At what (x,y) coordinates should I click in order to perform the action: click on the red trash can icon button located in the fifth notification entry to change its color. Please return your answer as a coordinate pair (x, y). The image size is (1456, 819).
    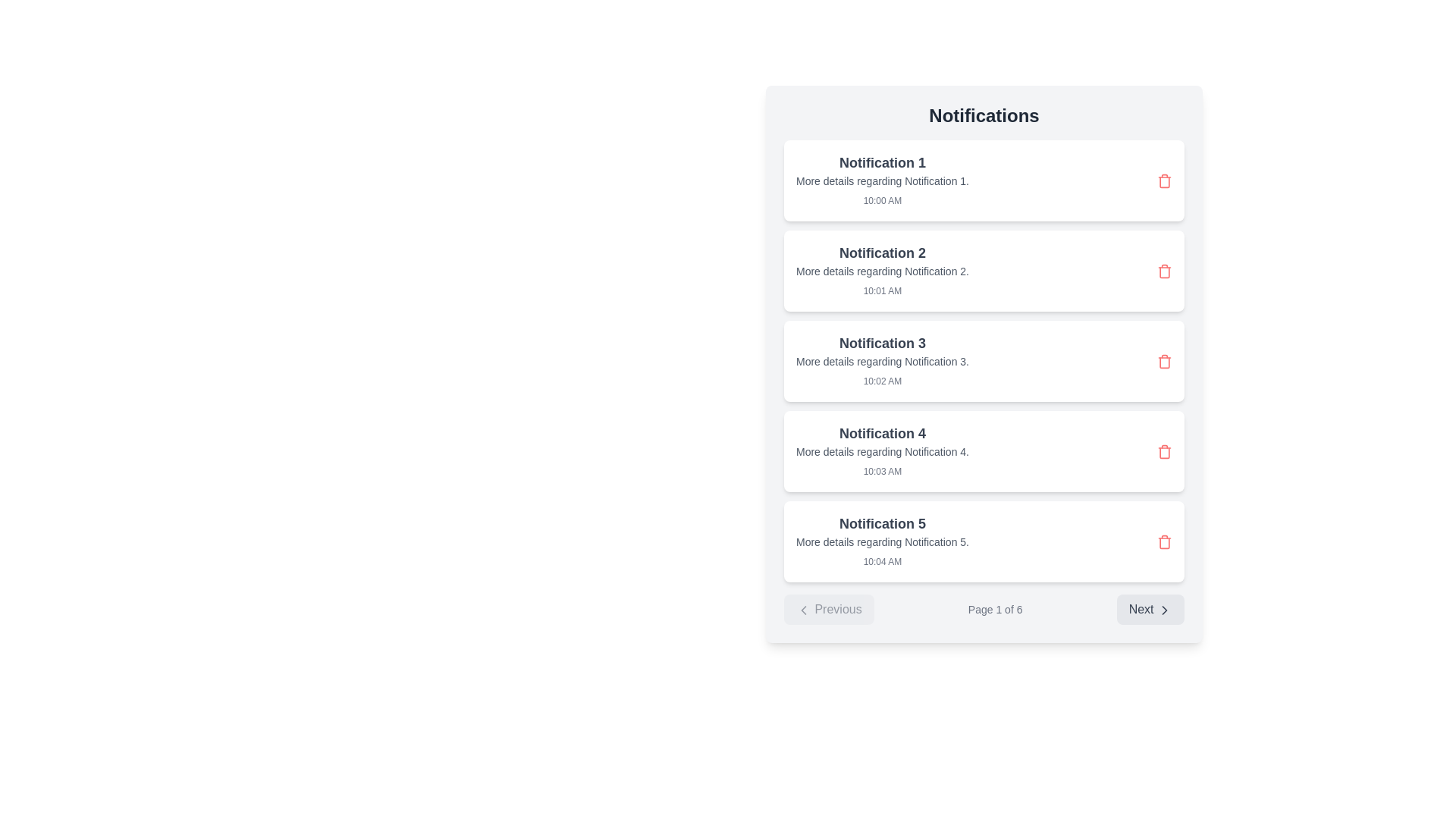
    Looking at the image, I should click on (1164, 540).